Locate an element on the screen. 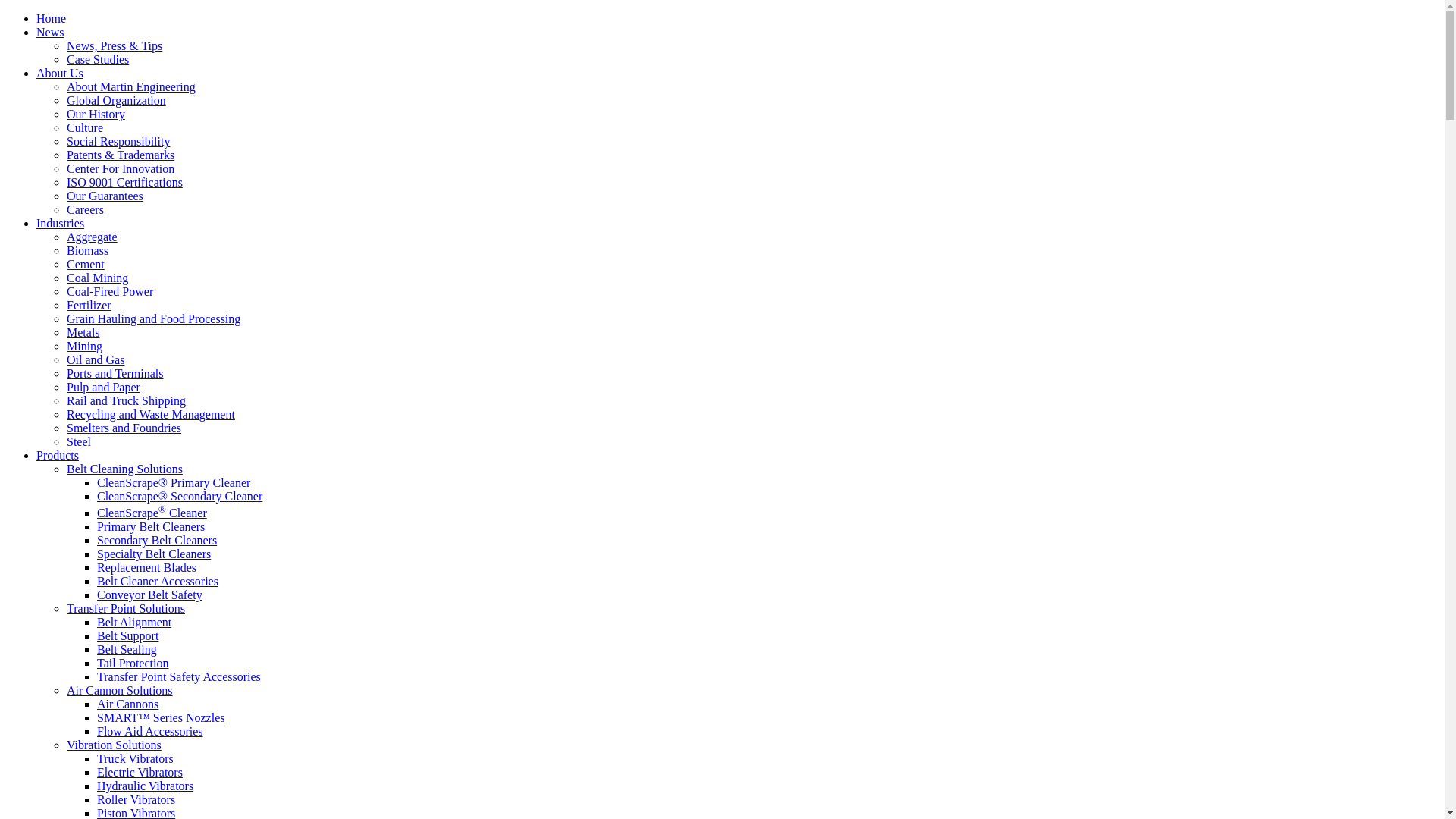 Image resolution: width=1456 pixels, height=819 pixels. 'Smelters and Foundries' is located at coordinates (65, 428).